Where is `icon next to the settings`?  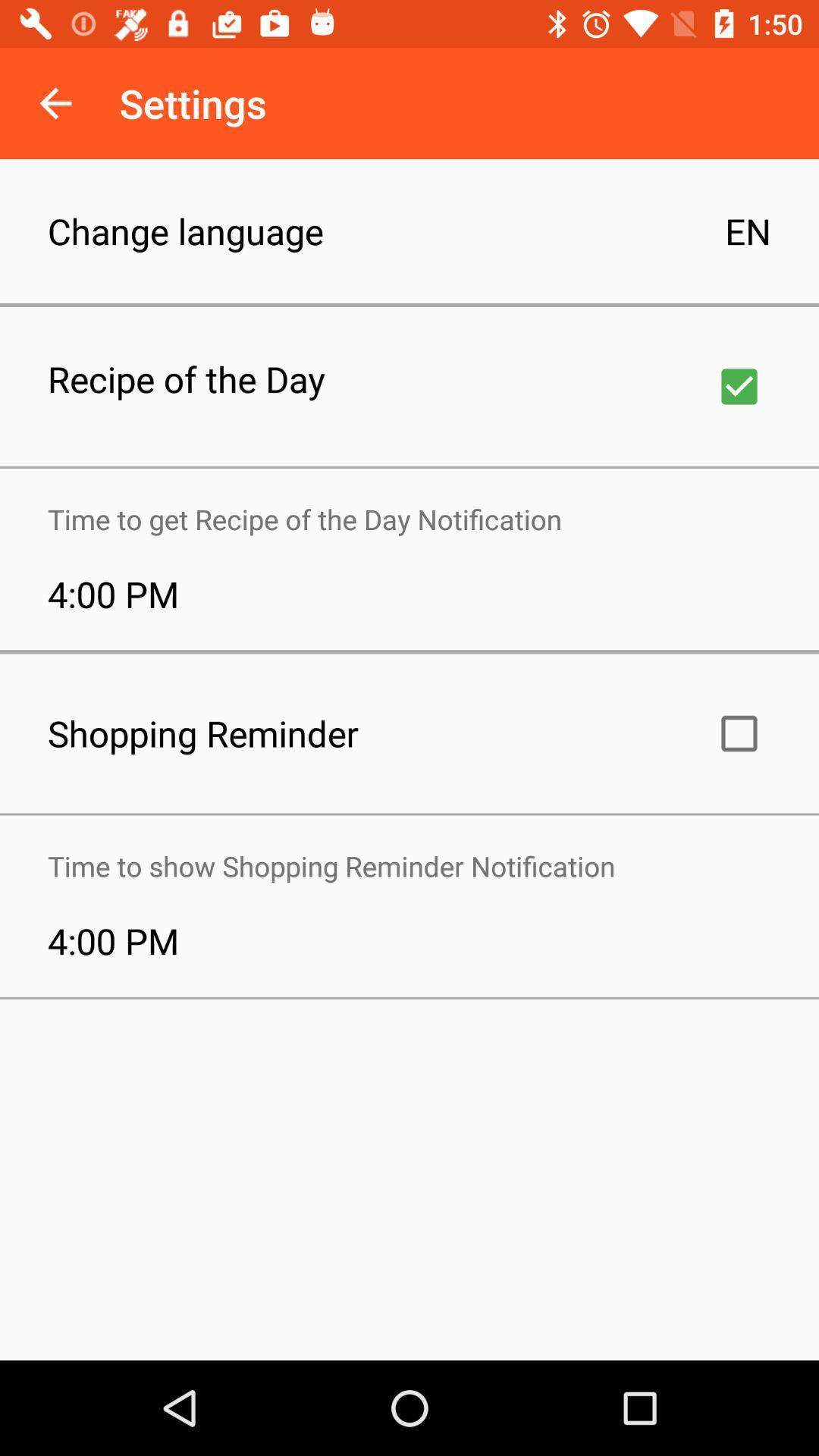 icon next to the settings is located at coordinates (55, 102).